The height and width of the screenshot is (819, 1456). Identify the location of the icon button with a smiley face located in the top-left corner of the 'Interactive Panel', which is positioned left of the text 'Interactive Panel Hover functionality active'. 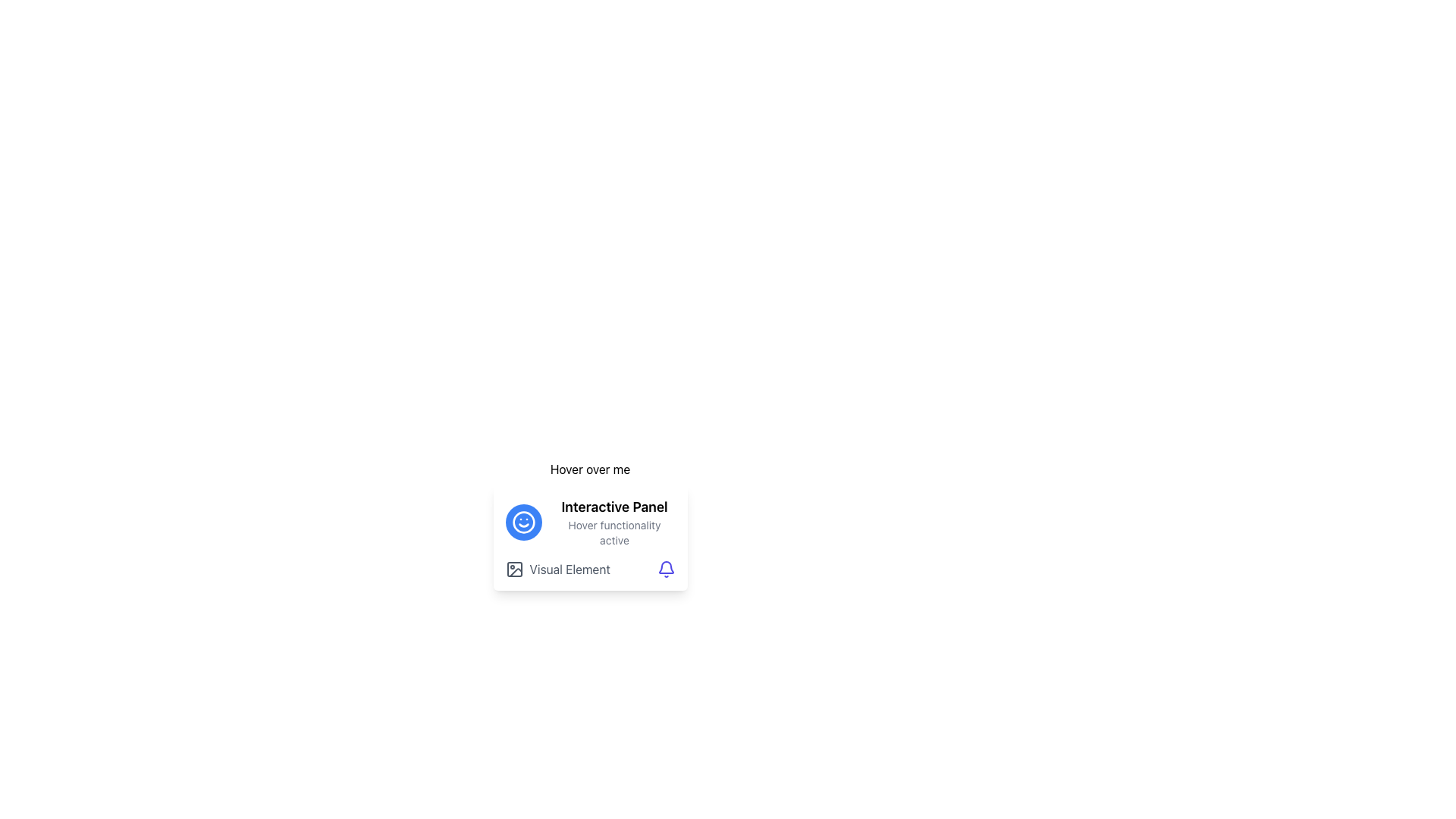
(523, 522).